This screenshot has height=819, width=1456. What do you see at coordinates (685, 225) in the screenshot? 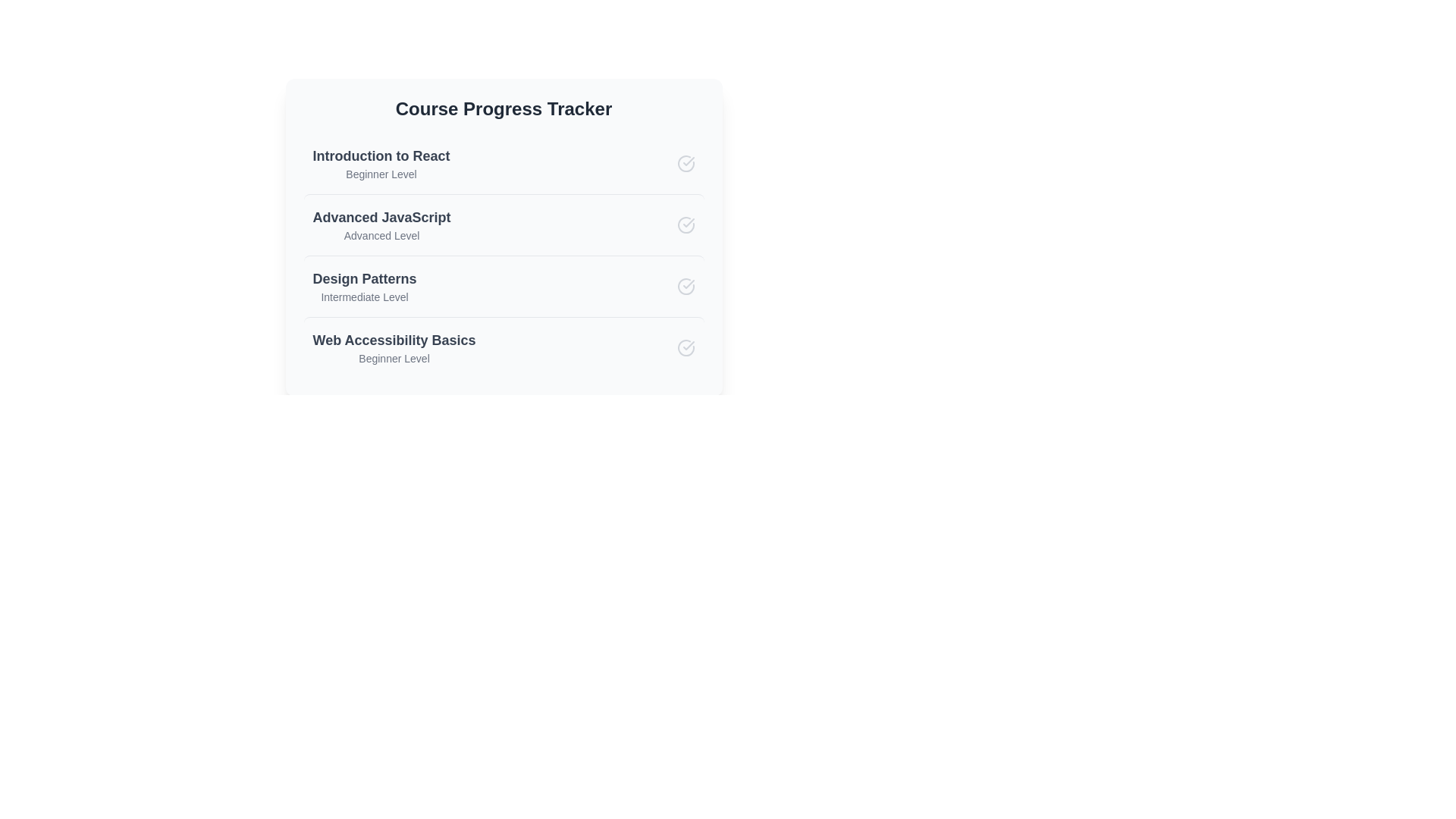
I see `the completion status icon for the 'Advanced JavaScript' course in the 'Course Progress Tracker' list, located at the rightmost position aligned with the course title` at bounding box center [685, 225].